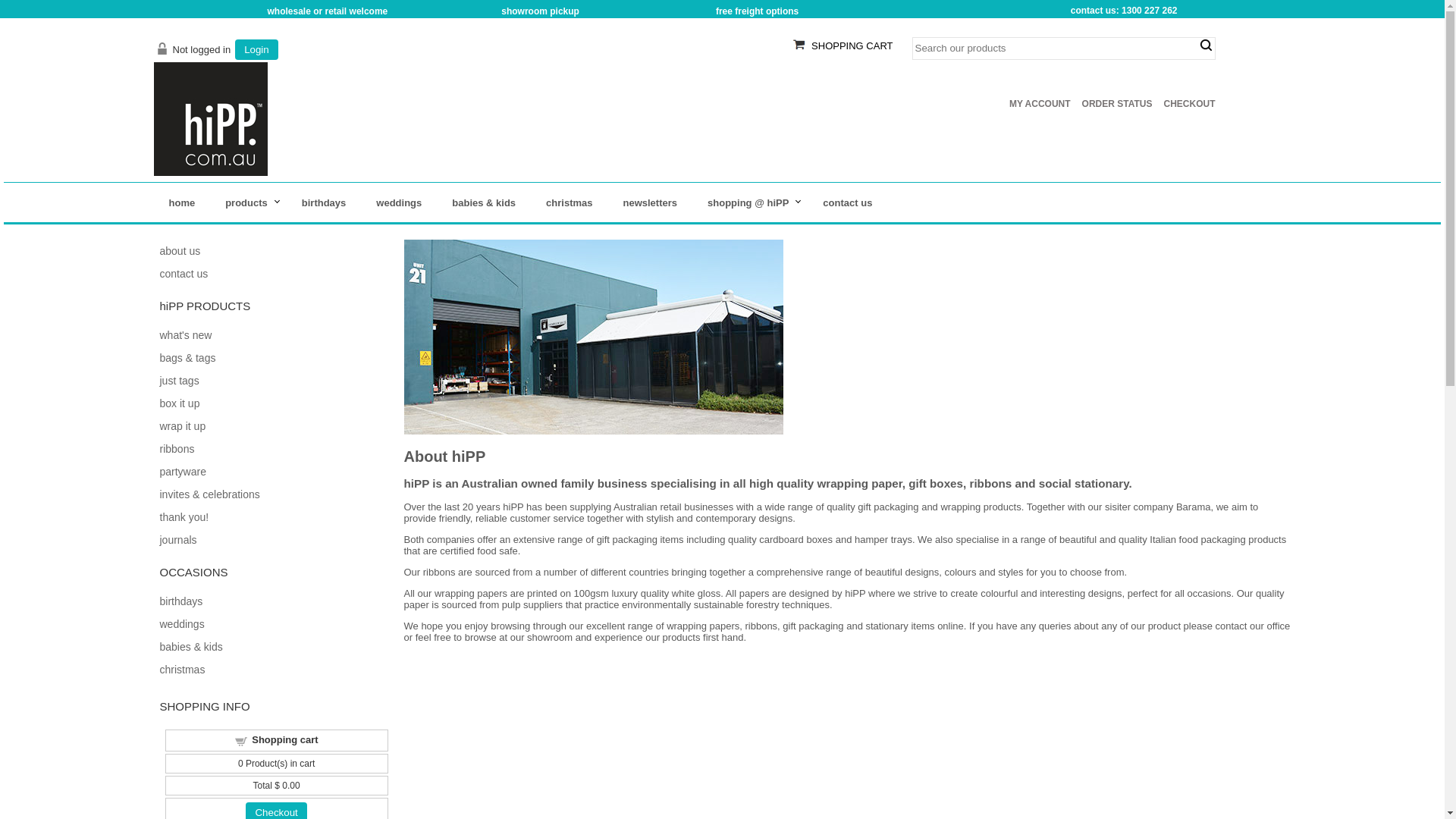 Image resolution: width=1456 pixels, height=819 pixels. What do you see at coordinates (568, 202) in the screenshot?
I see `'christmas'` at bounding box center [568, 202].